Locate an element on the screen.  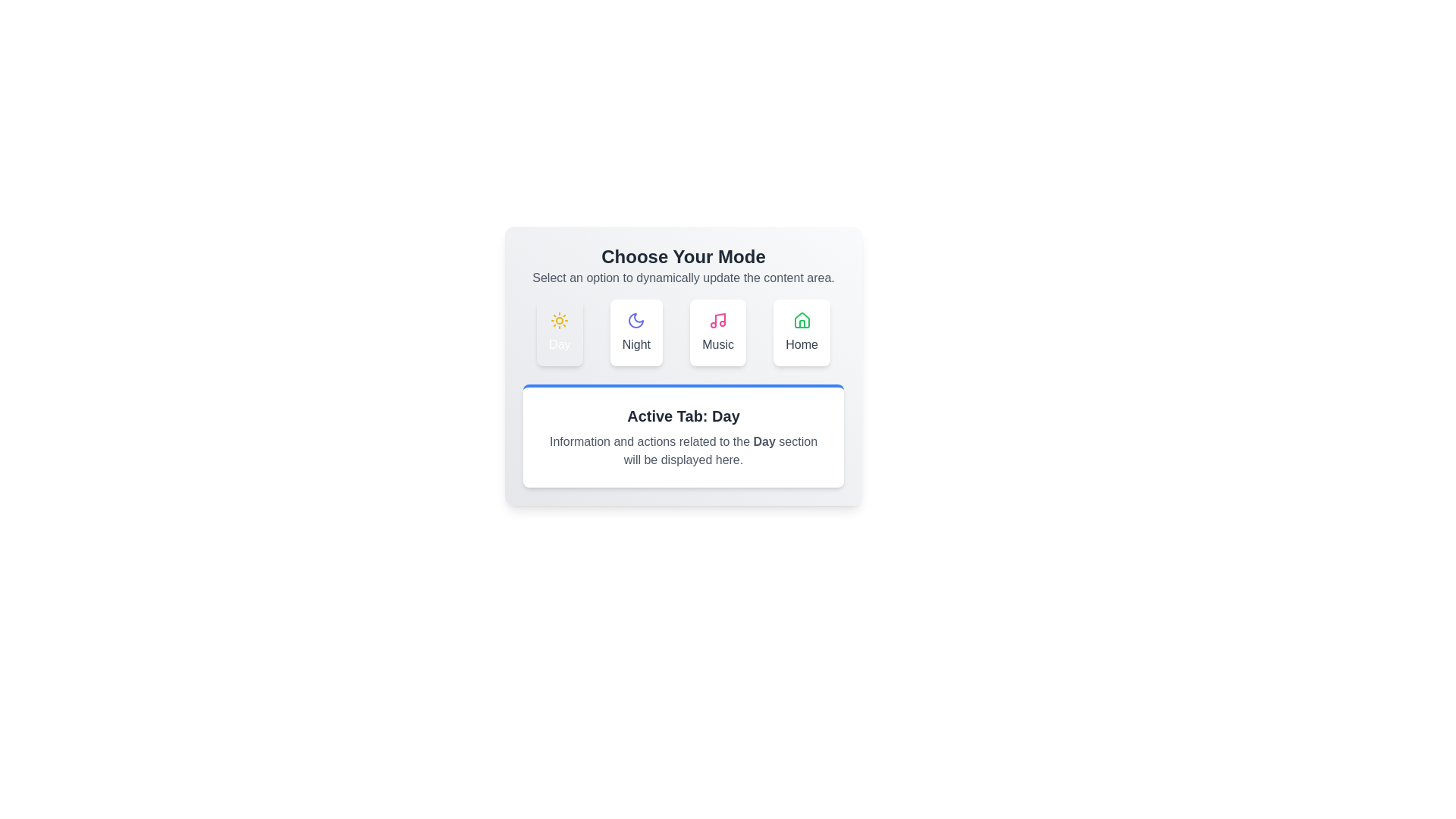
the 'Day' mode SVG icon, which visually represents the 'Day' mode option in the mode-selection interface is located at coordinates (559, 320).